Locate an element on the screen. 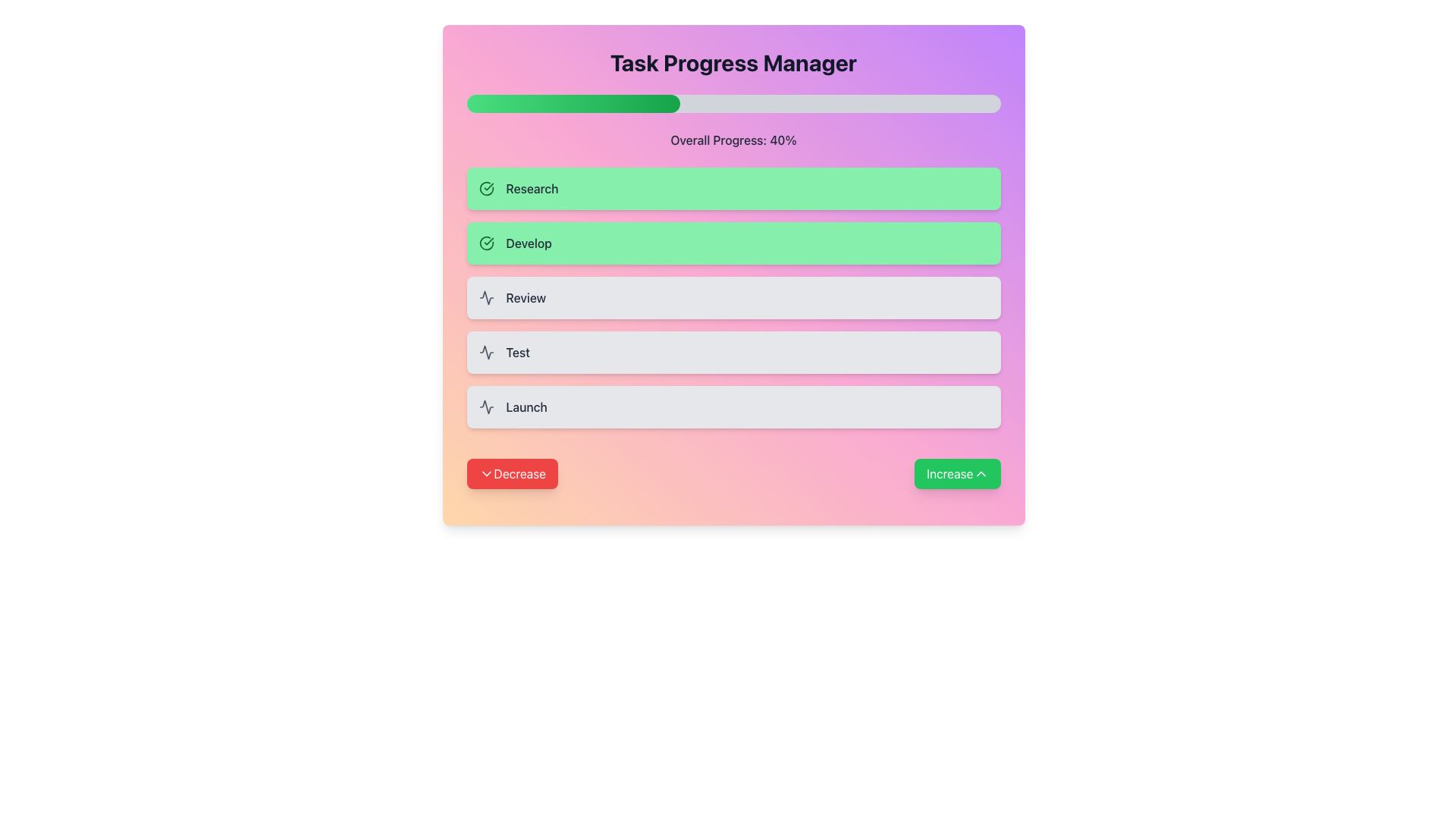 The image size is (1456, 819). the text label that indicates a task or category name, positioned between 'Review' and 'Launch' in a vertical list is located at coordinates (518, 353).